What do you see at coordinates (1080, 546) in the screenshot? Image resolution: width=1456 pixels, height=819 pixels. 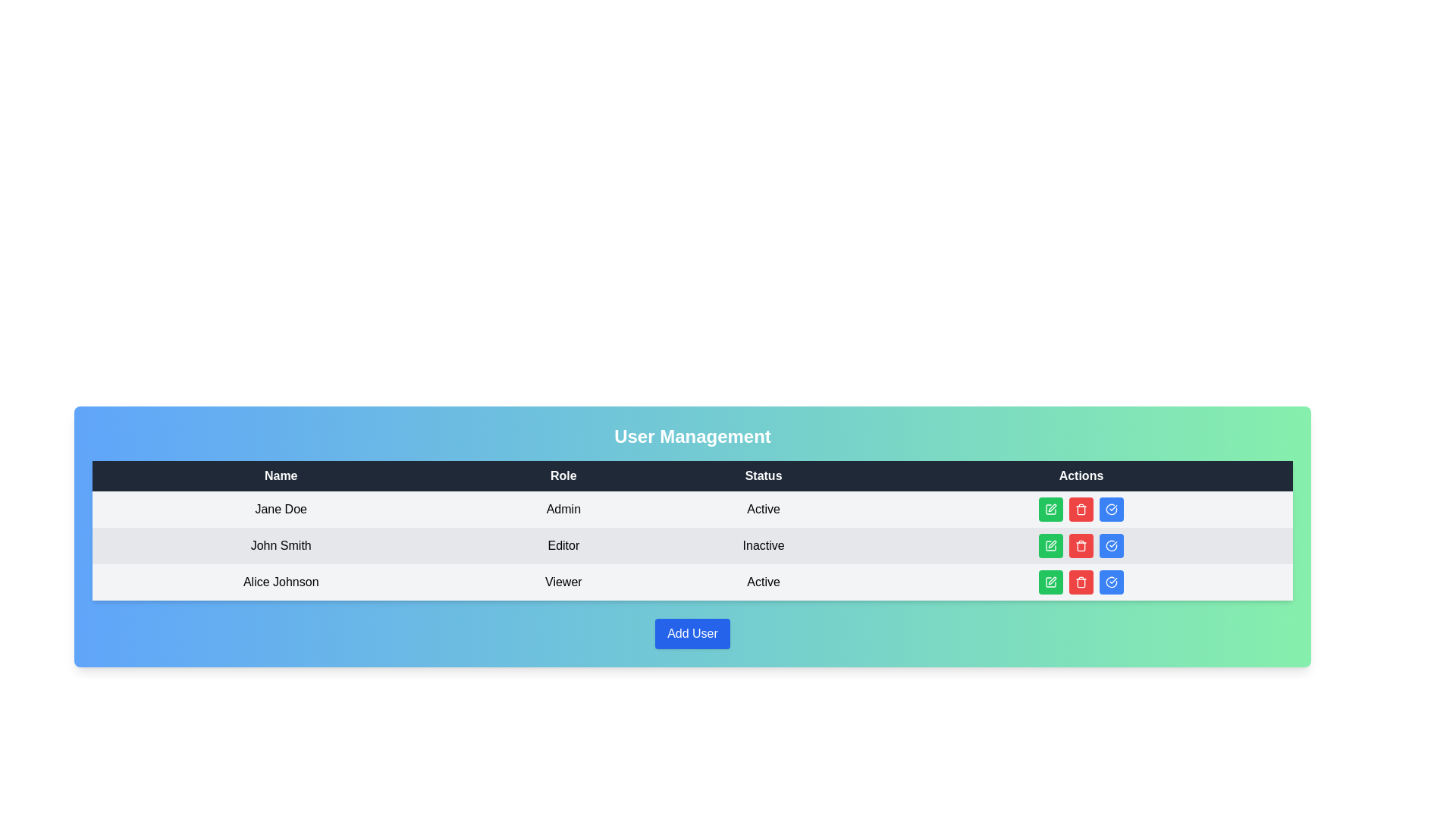 I see `the delete action icon for the user 'John Smith' located in the Actions column of the table` at bounding box center [1080, 546].